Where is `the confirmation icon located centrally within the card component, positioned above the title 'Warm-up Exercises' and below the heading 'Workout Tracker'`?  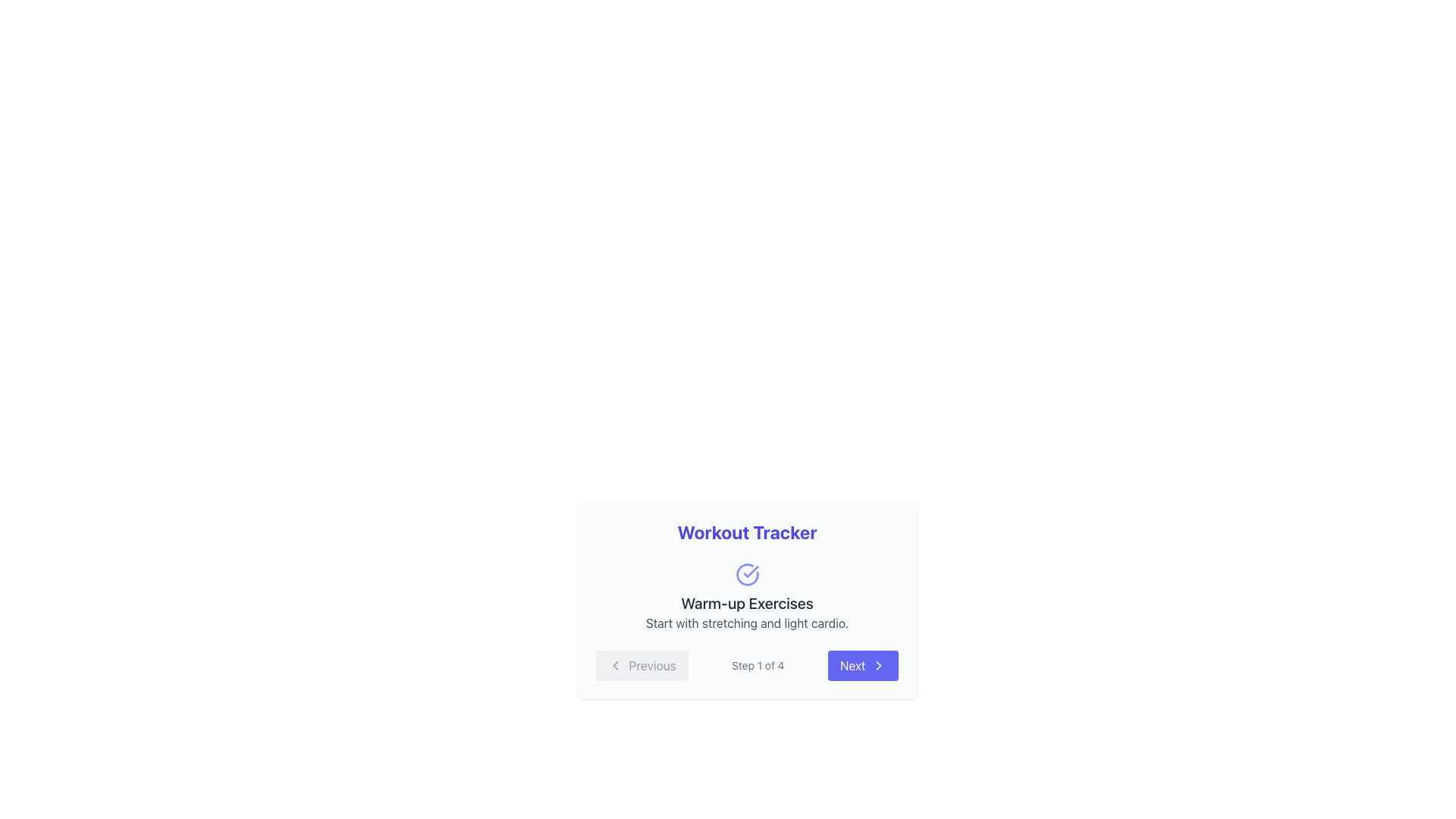
the confirmation icon located centrally within the card component, positioned above the title 'Warm-up Exercises' and below the heading 'Workout Tracker' is located at coordinates (747, 575).